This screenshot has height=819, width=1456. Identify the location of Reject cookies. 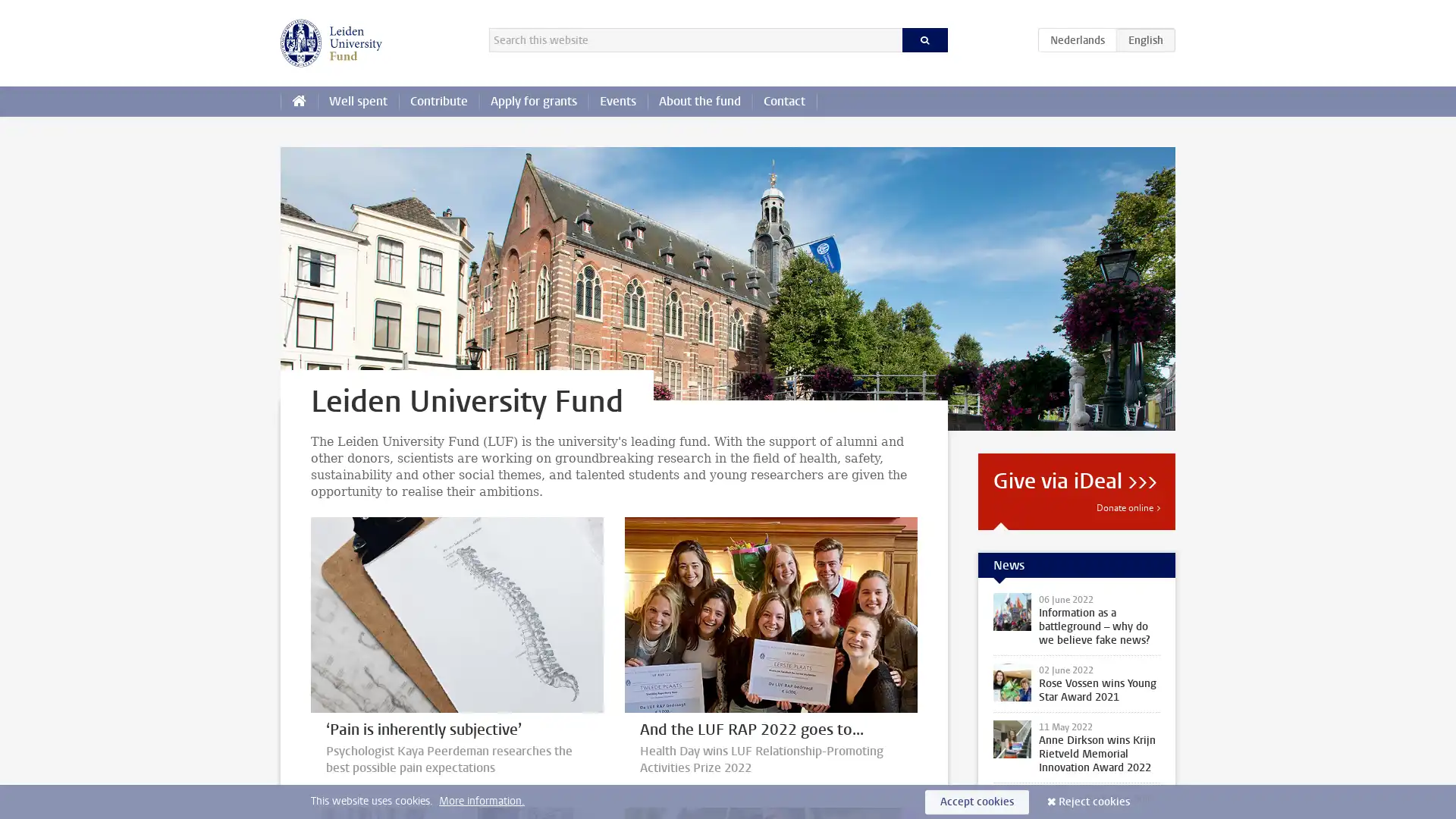
(1094, 801).